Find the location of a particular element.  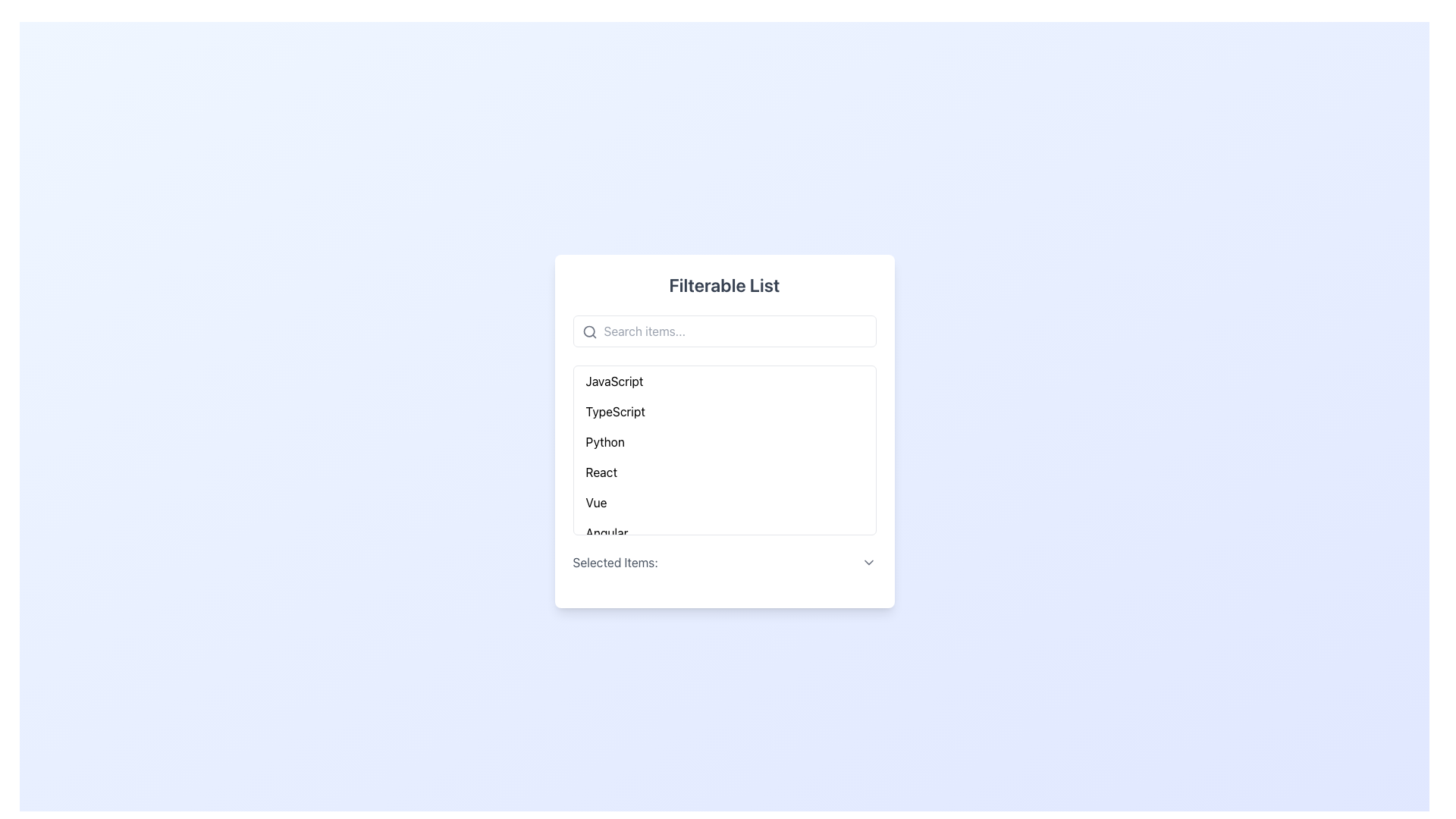

to select the 'Angular' list item, which is the sixth item in a vertical list, positioned under 'Vue' is located at coordinates (723, 532).